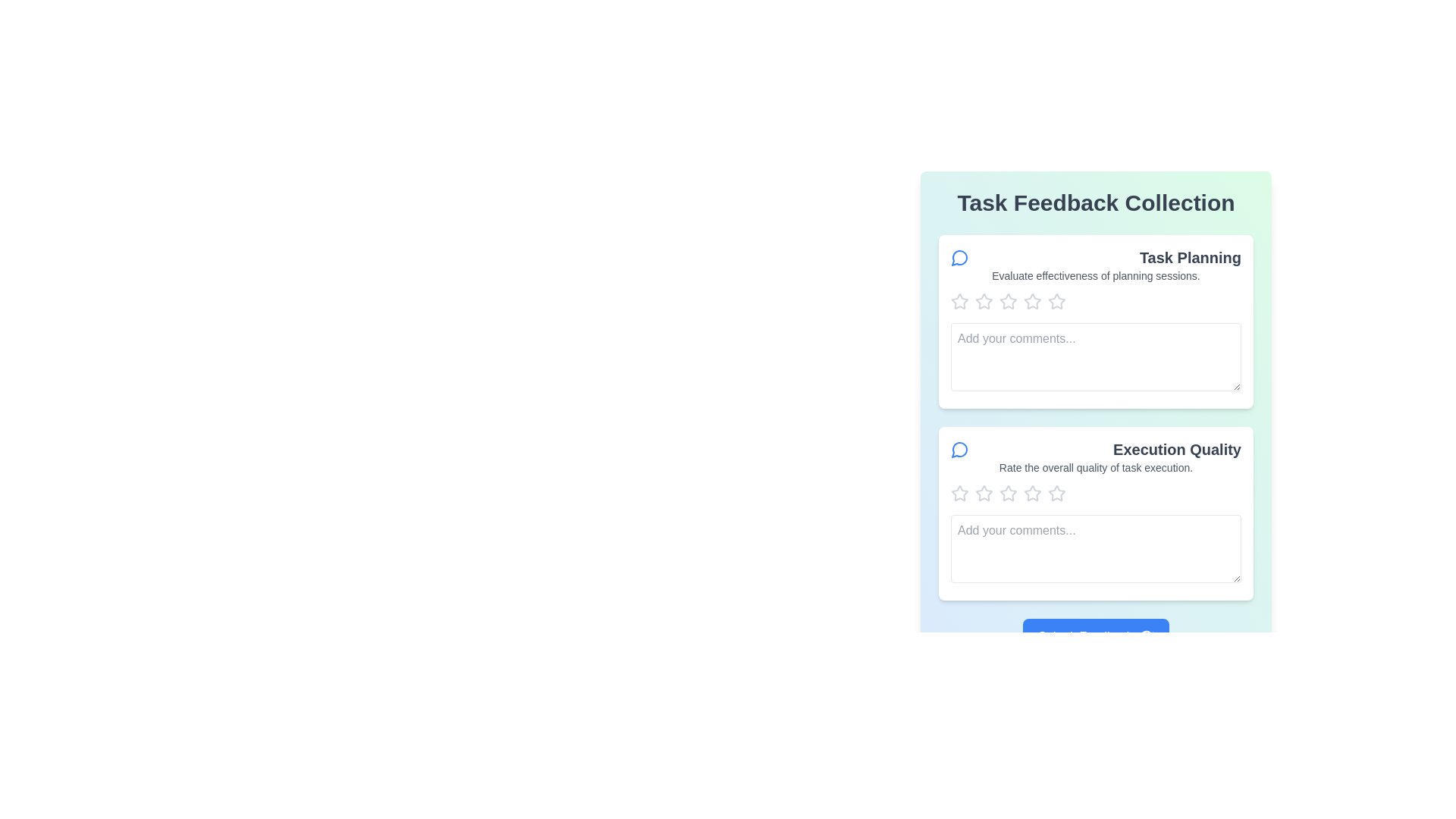  What do you see at coordinates (1096, 637) in the screenshot?
I see `the 'Submit Feedback' button with a blue background and white text, located at the bottom of the feedback card` at bounding box center [1096, 637].